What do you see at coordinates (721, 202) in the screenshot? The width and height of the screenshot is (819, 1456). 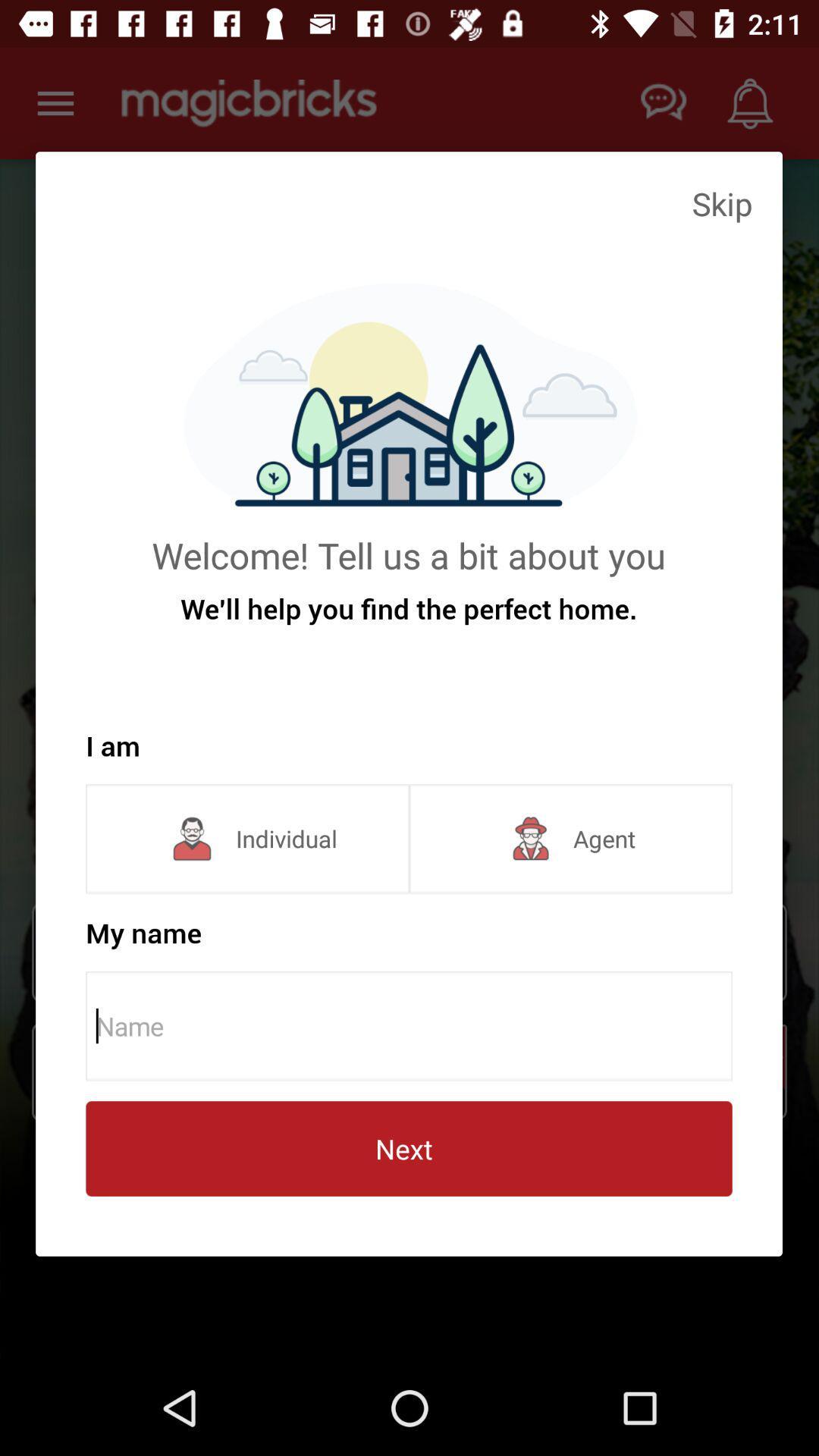 I see `skip item` at bounding box center [721, 202].